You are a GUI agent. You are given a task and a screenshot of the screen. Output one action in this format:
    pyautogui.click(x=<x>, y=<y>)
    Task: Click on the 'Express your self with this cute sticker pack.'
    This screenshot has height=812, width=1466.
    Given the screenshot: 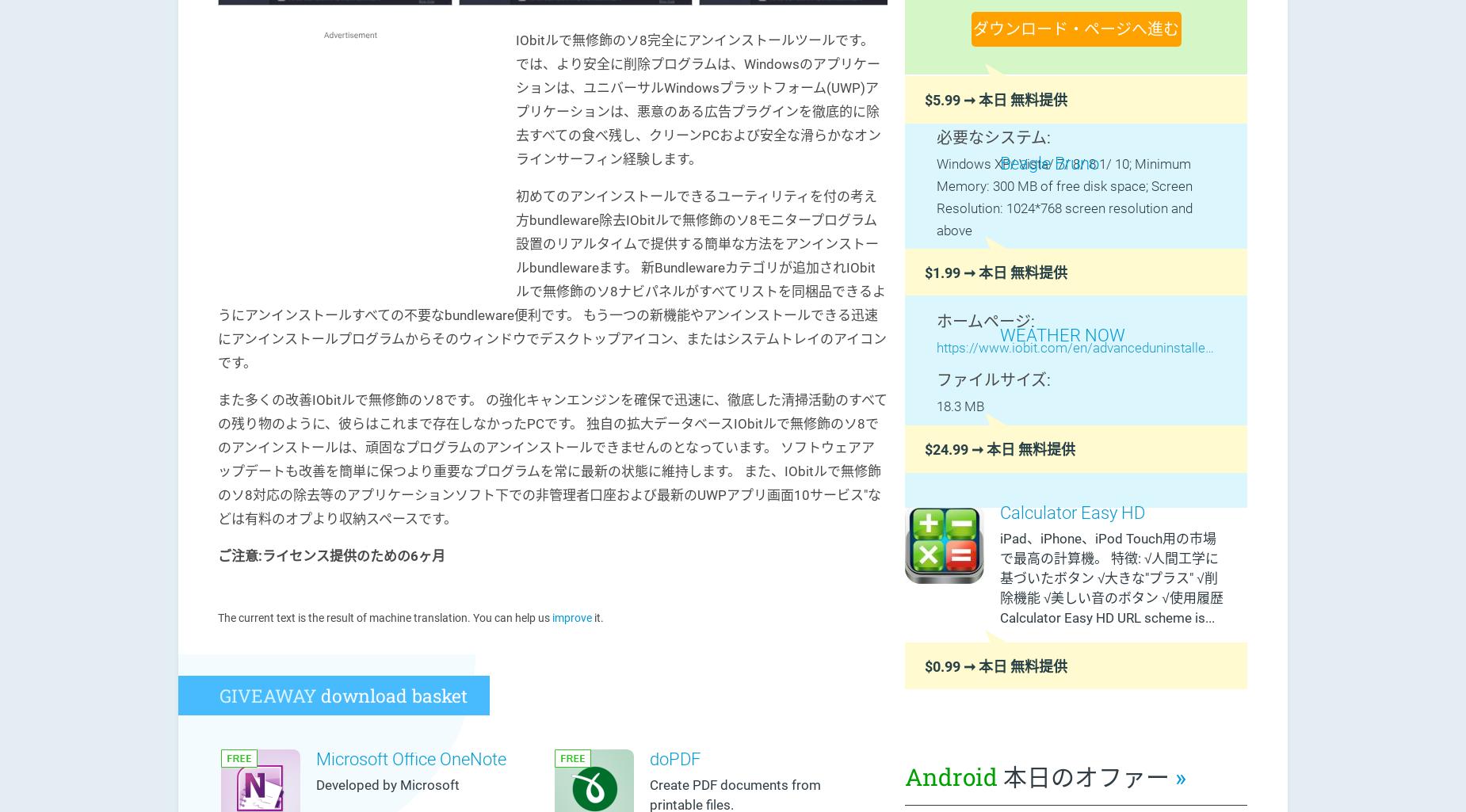 What is the action you would take?
    pyautogui.click(x=1092, y=197)
    